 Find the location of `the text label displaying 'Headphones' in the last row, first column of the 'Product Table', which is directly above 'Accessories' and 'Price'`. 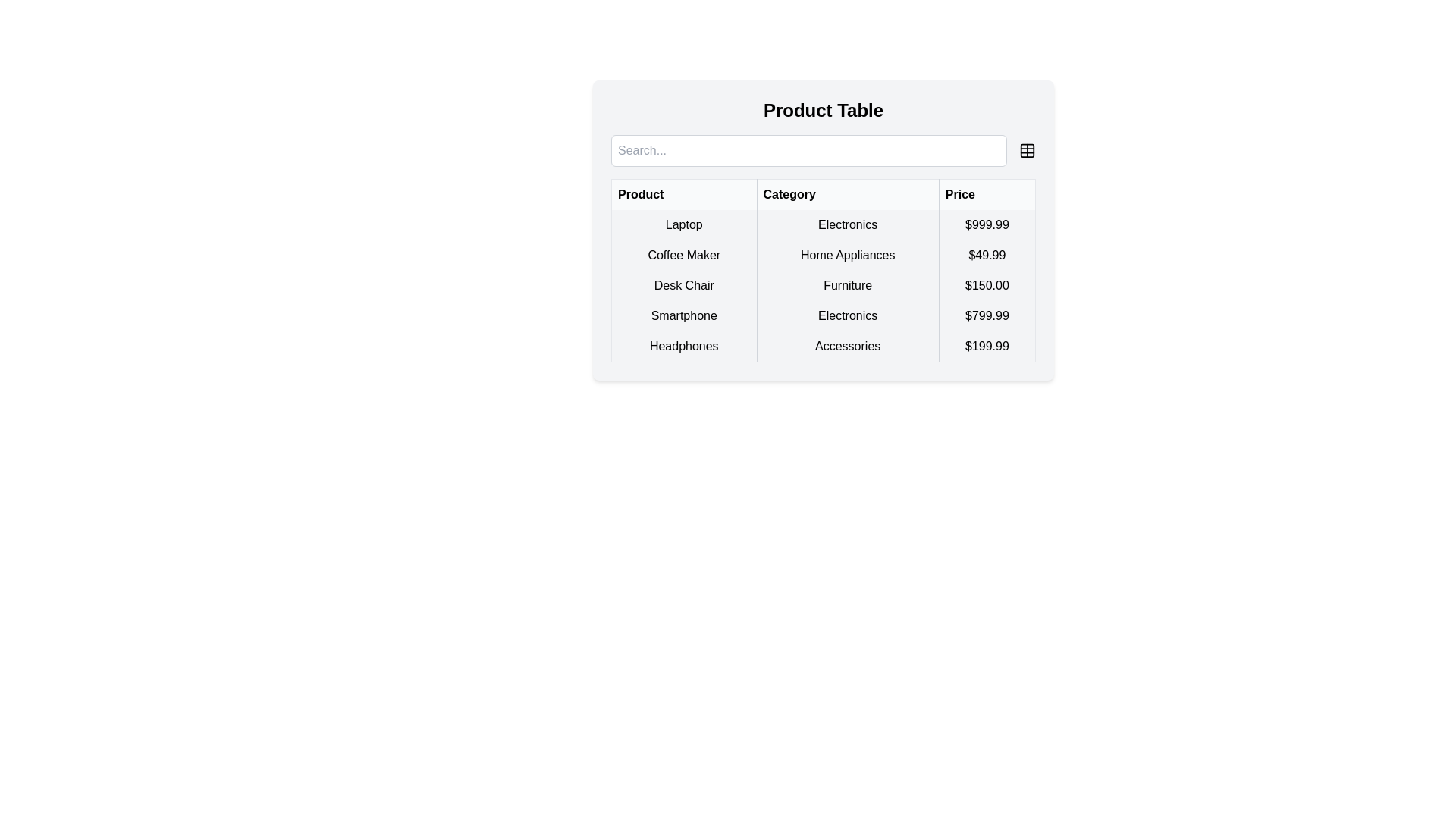

the text label displaying 'Headphones' in the last row, first column of the 'Product Table', which is directly above 'Accessories' and 'Price' is located at coordinates (683, 347).